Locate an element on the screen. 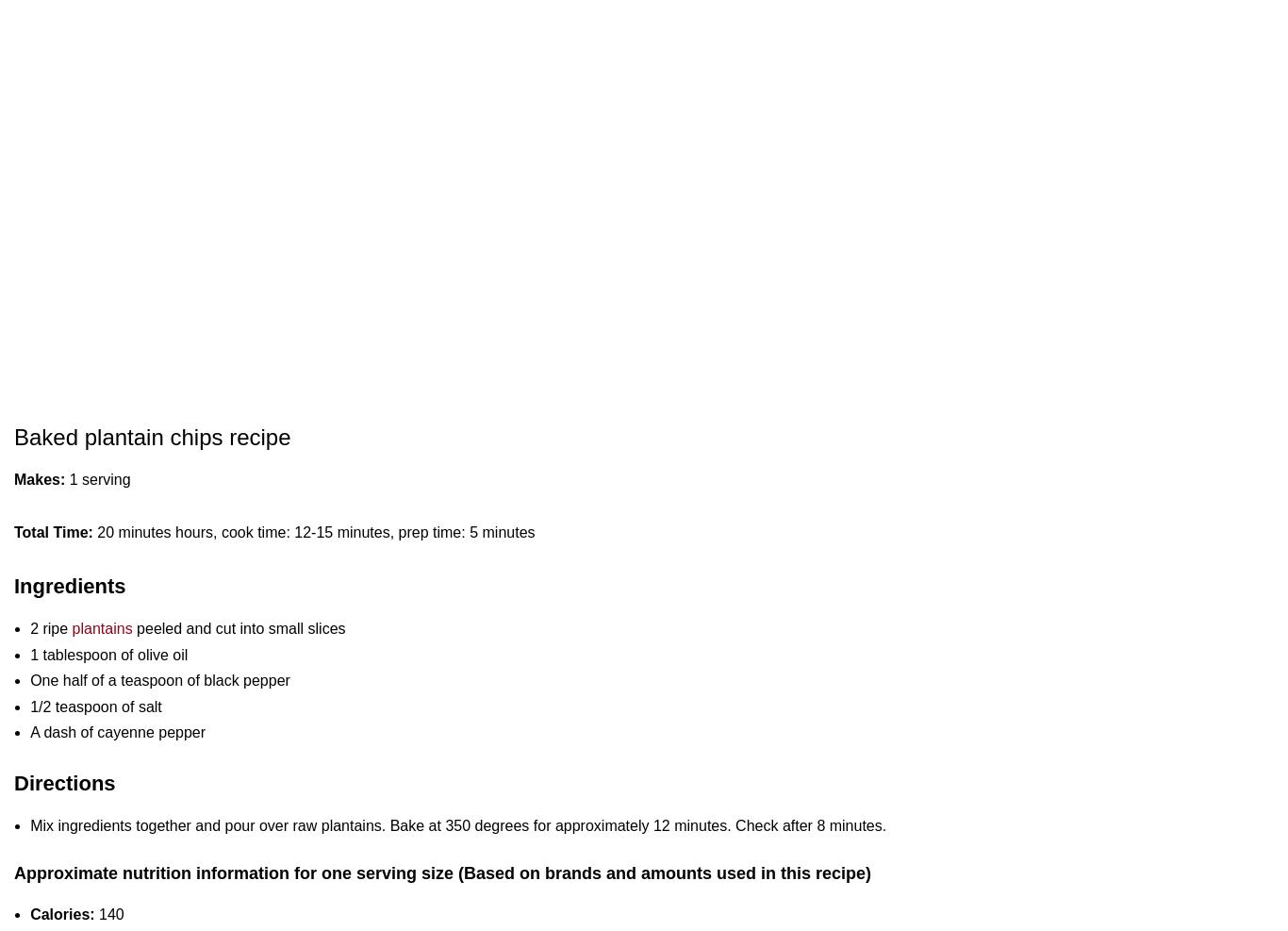  '140' is located at coordinates (107, 913).